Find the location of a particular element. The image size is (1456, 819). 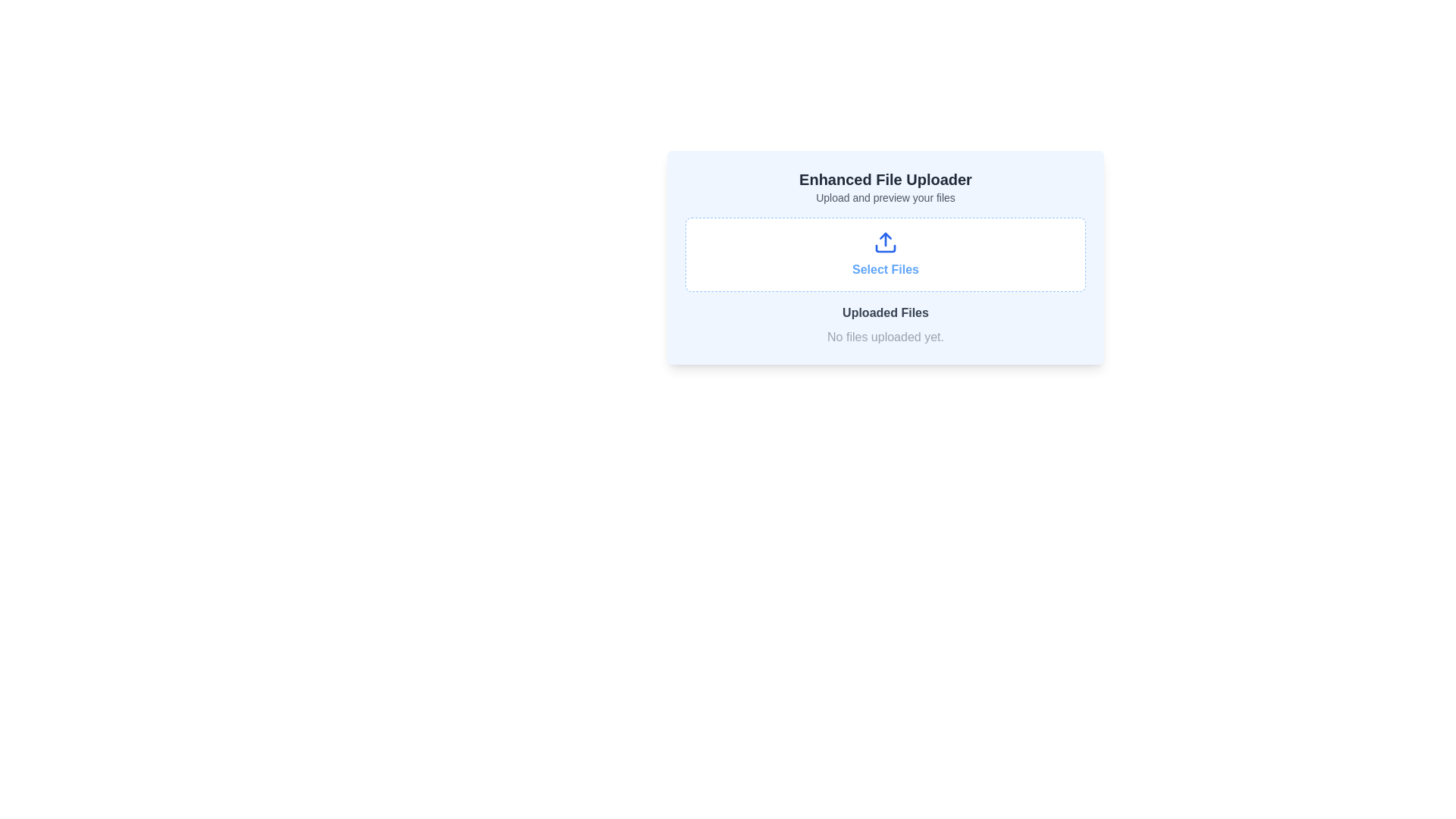

the rectangular graphical element located at the bottom of the upload icon, which emphasizes the file uploading action is located at coordinates (885, 247).